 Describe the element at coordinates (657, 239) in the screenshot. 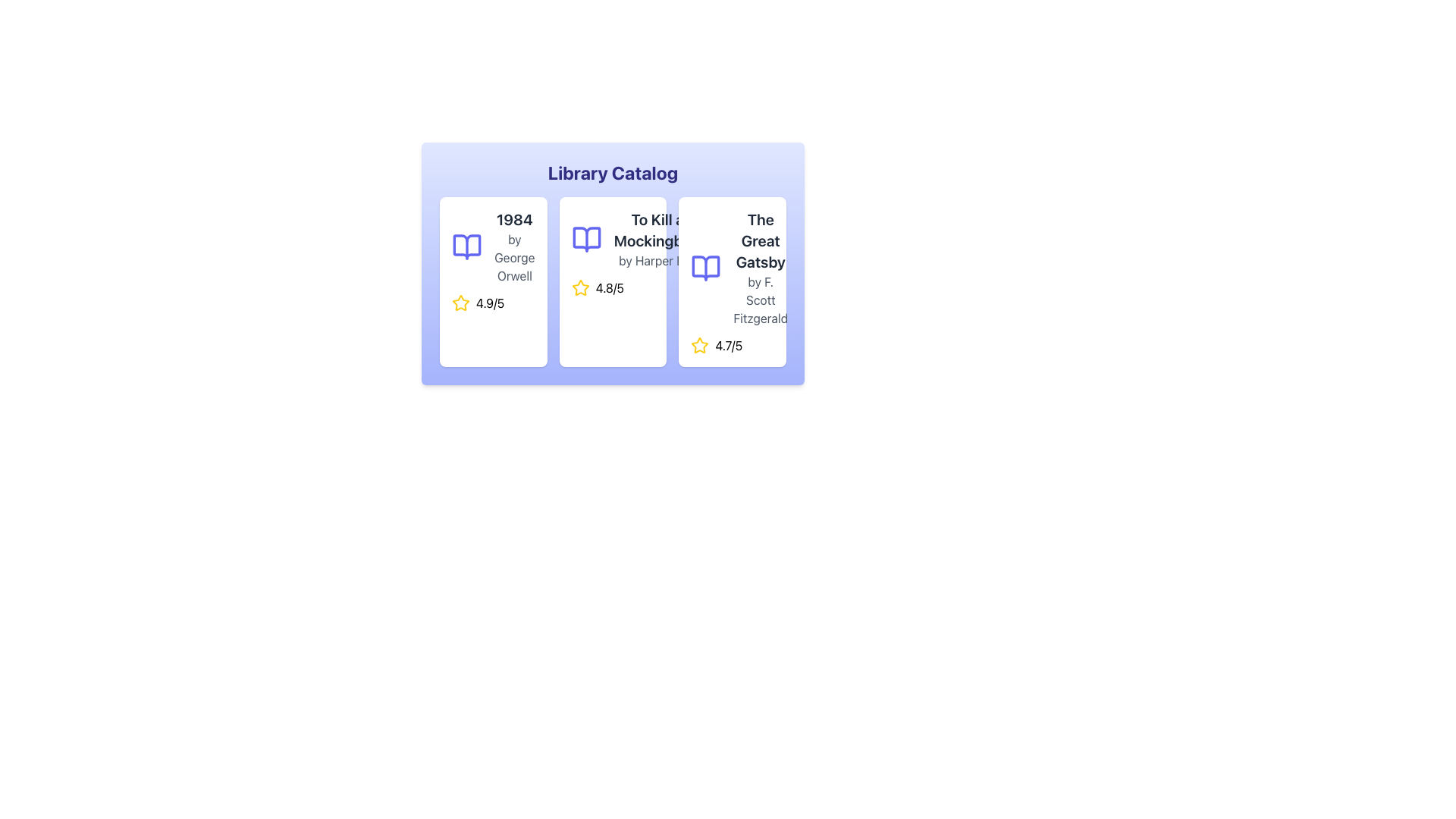

I see `the text block displaying the title 'To Kill a Mockingbird' to interact with its linked action` at that location.